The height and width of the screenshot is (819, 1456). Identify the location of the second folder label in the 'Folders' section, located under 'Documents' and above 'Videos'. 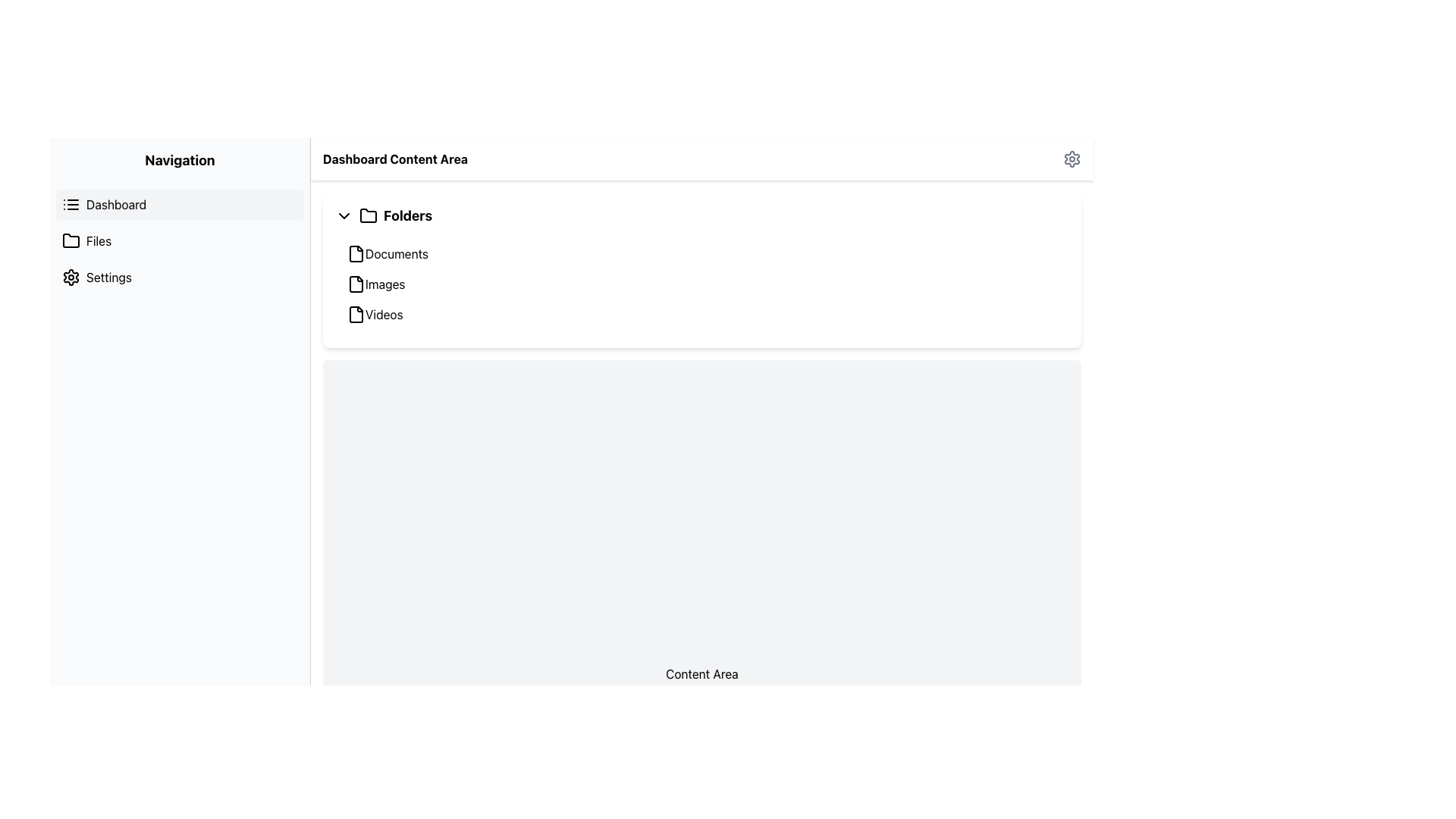
(385, 284).